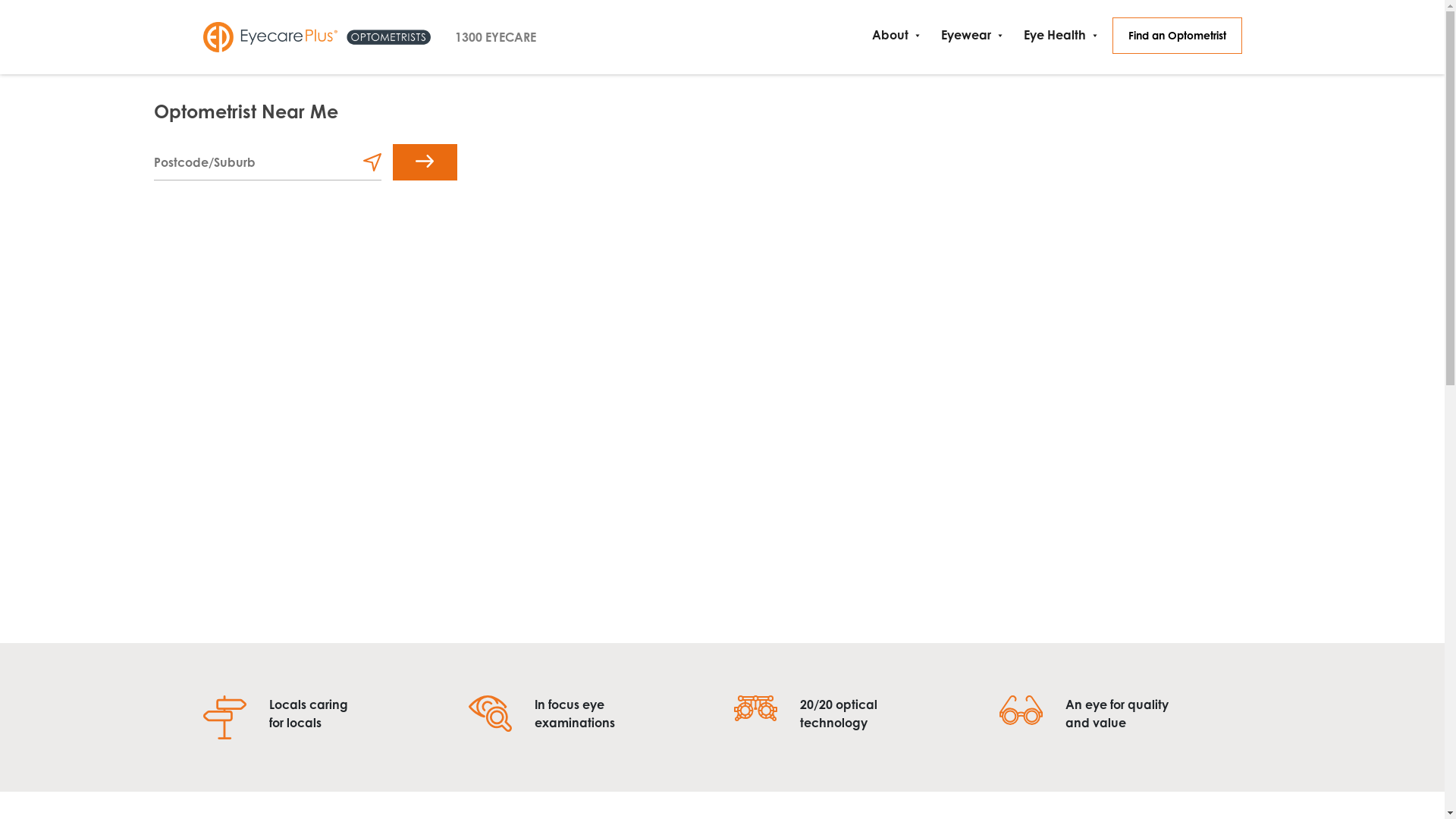 The height and width of the screenshot is (819, 1456). Describe the element at coordinates (1056, 34) in the screenshot. I see `'Eye Health'` at that location.